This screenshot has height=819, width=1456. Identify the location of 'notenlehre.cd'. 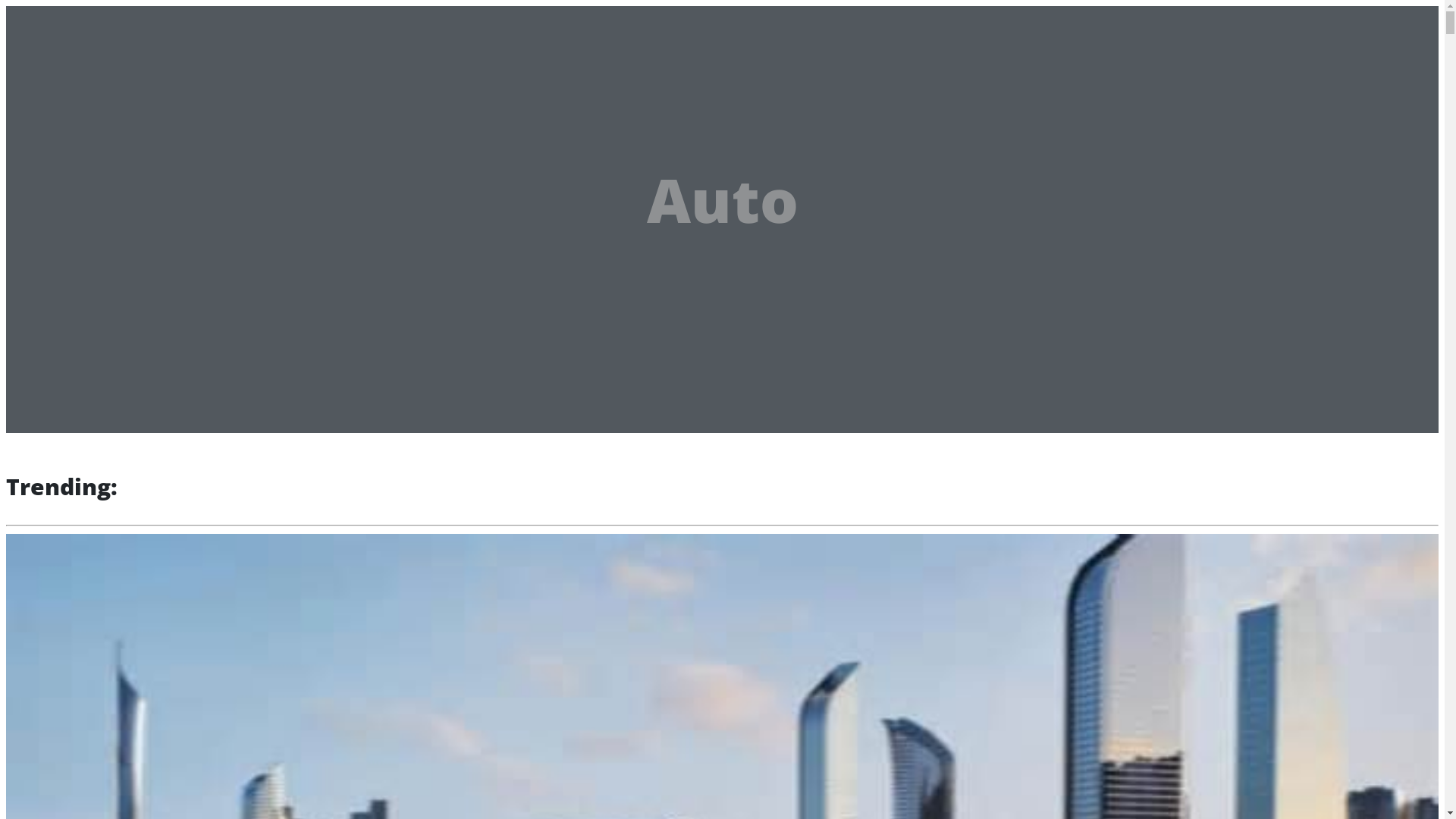
(74, 20).